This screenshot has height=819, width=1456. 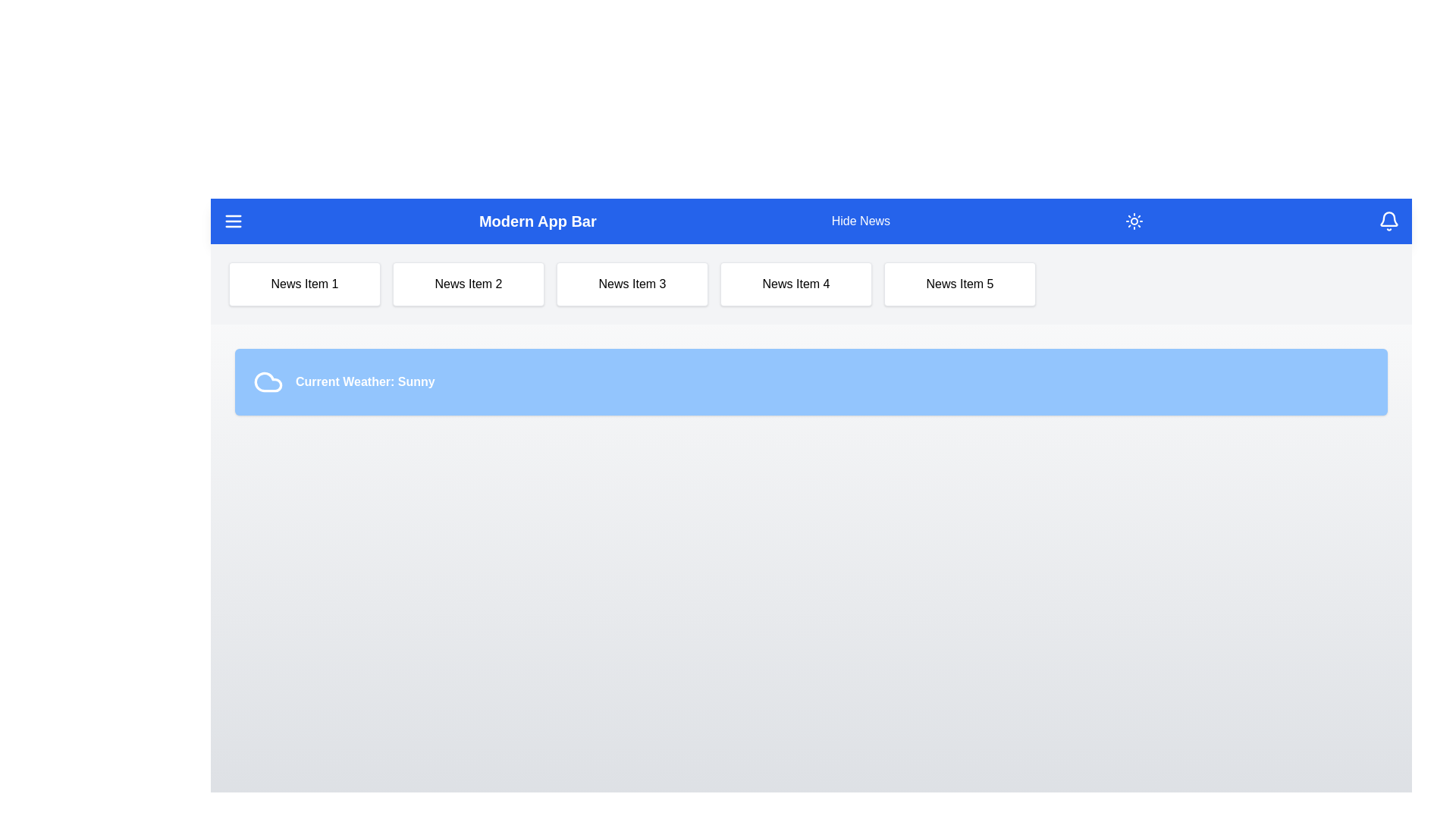 I want to click on the weather icon button to toggle the weather mode, so click(x=1134, y=221).